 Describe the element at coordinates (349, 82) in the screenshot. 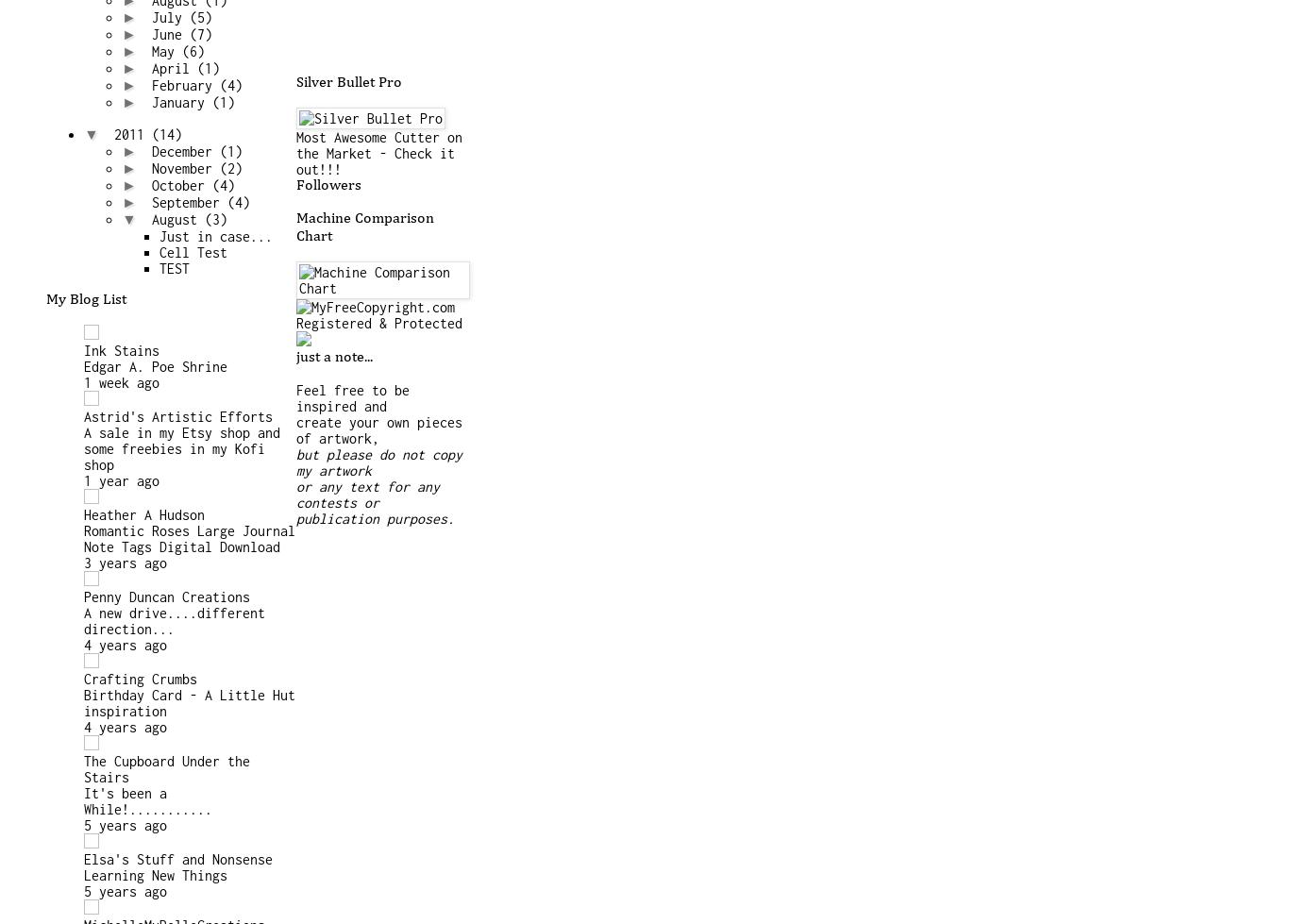

I see `'Silver Bullet Pro'` at that location.